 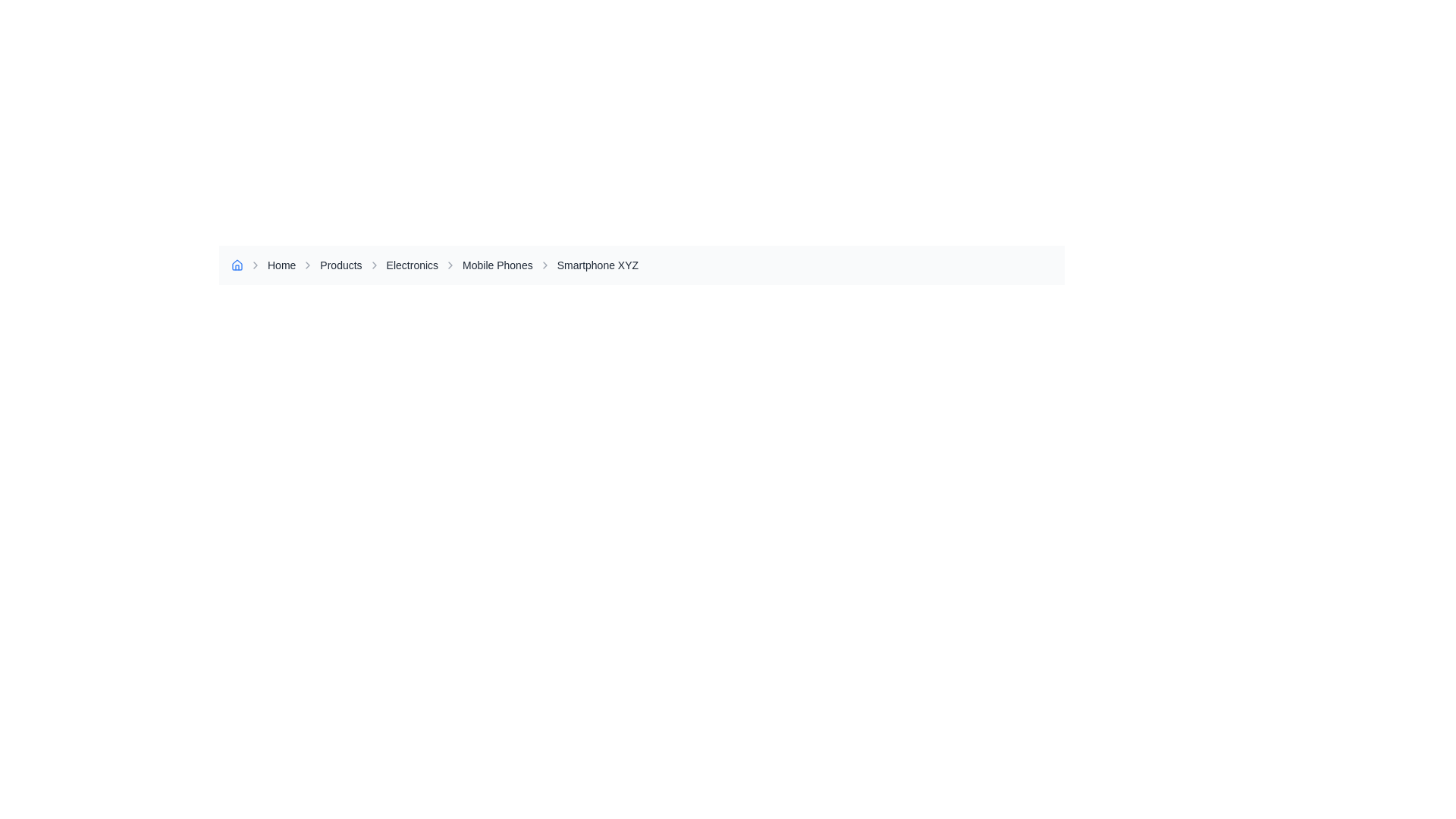 I want to click on the graphic chevron icon in the breadcrumb navigation bar, located to the left of 'Smartphone XYZ', which serves as a visual delimiter between breadcrumb items, so click(x=544, y=265).